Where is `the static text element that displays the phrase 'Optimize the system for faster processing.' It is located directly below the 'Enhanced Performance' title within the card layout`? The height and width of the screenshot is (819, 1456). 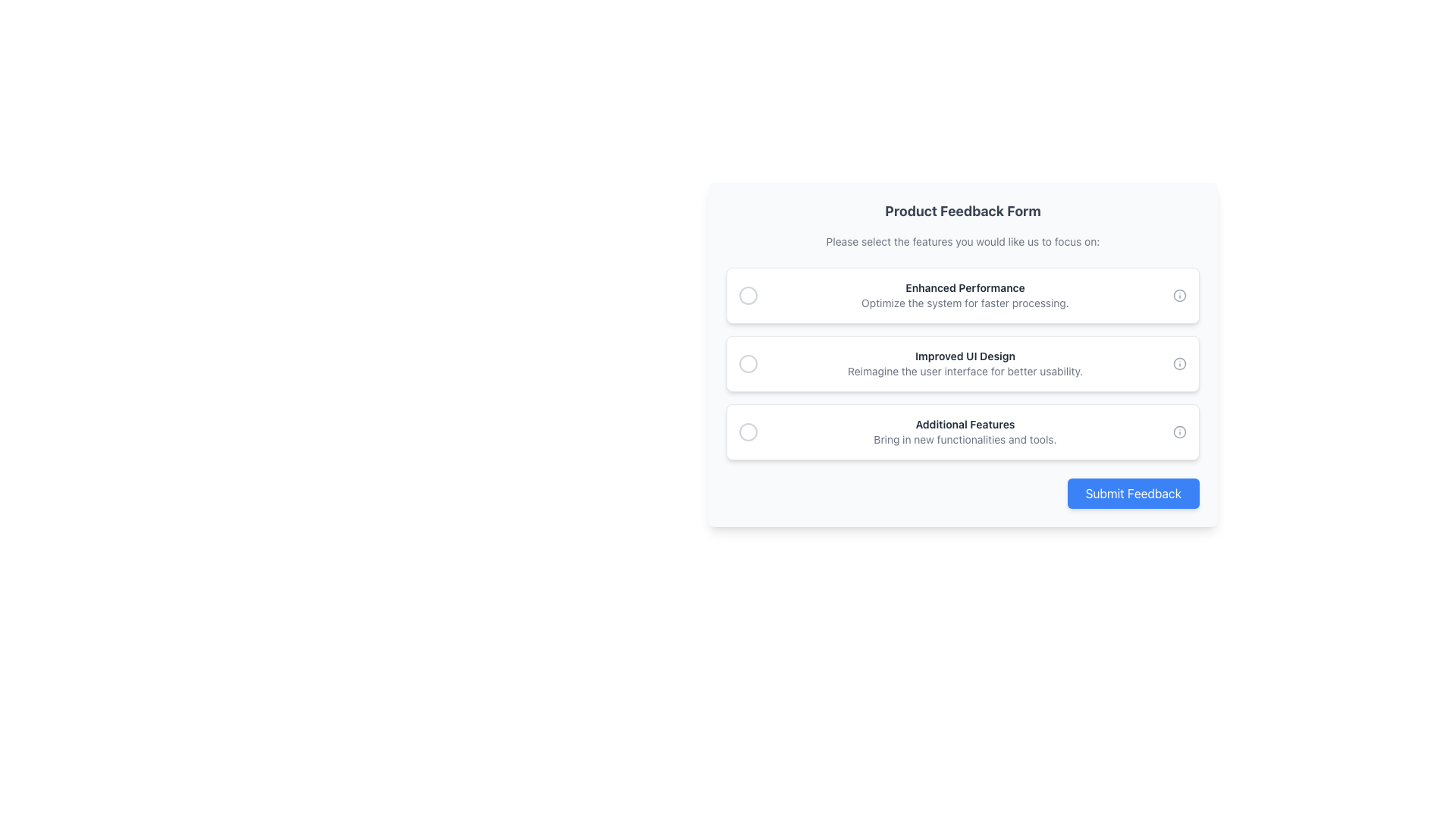
the static text element that displays the phrase 'Optimize the system for faster processing.' It is located directly below the 'Enhanced Performance' title within the card layout is located at coordinates (964, 303).